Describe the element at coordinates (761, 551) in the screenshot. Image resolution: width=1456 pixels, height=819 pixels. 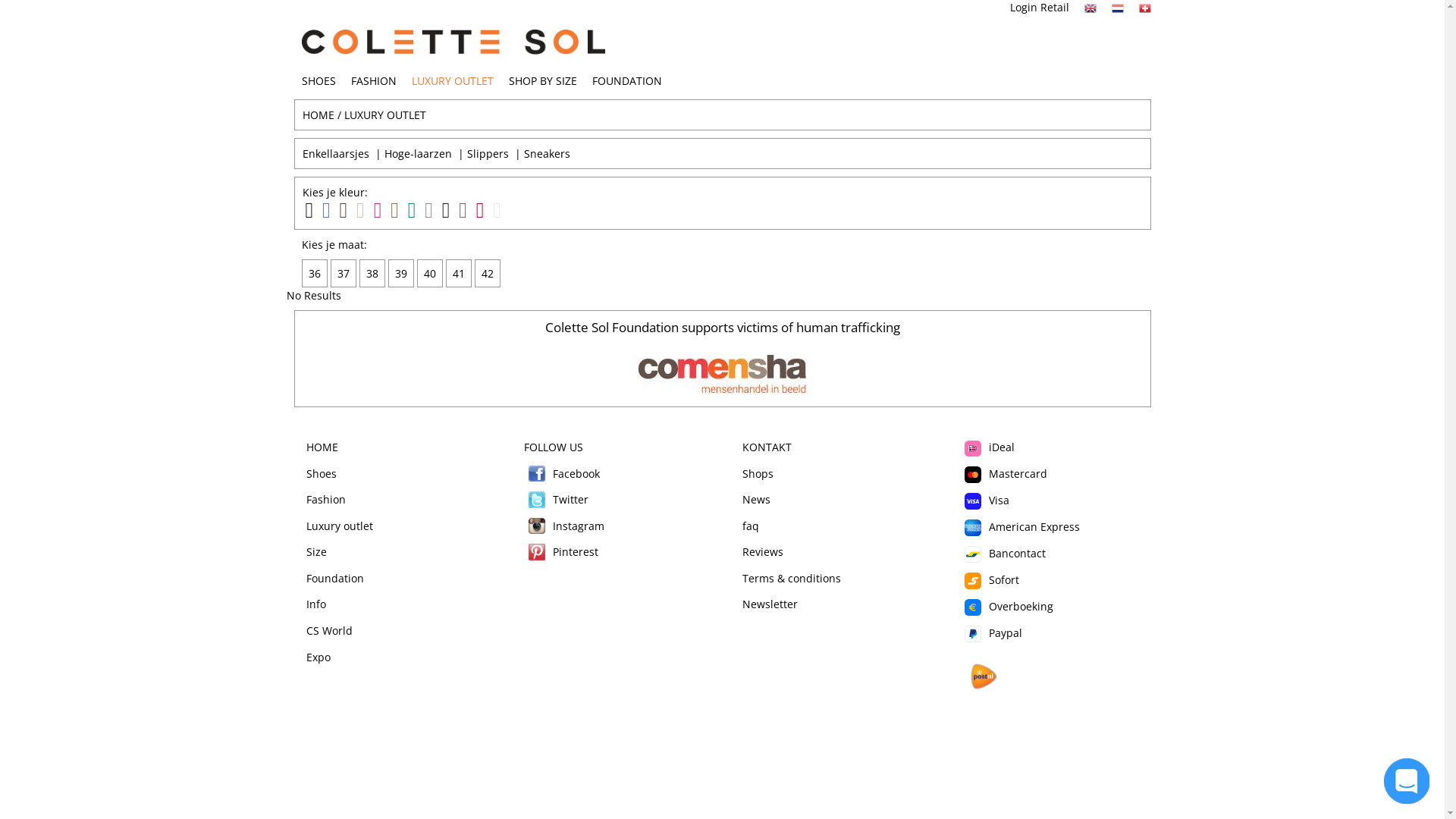
I see `'Reviews'` at that location.